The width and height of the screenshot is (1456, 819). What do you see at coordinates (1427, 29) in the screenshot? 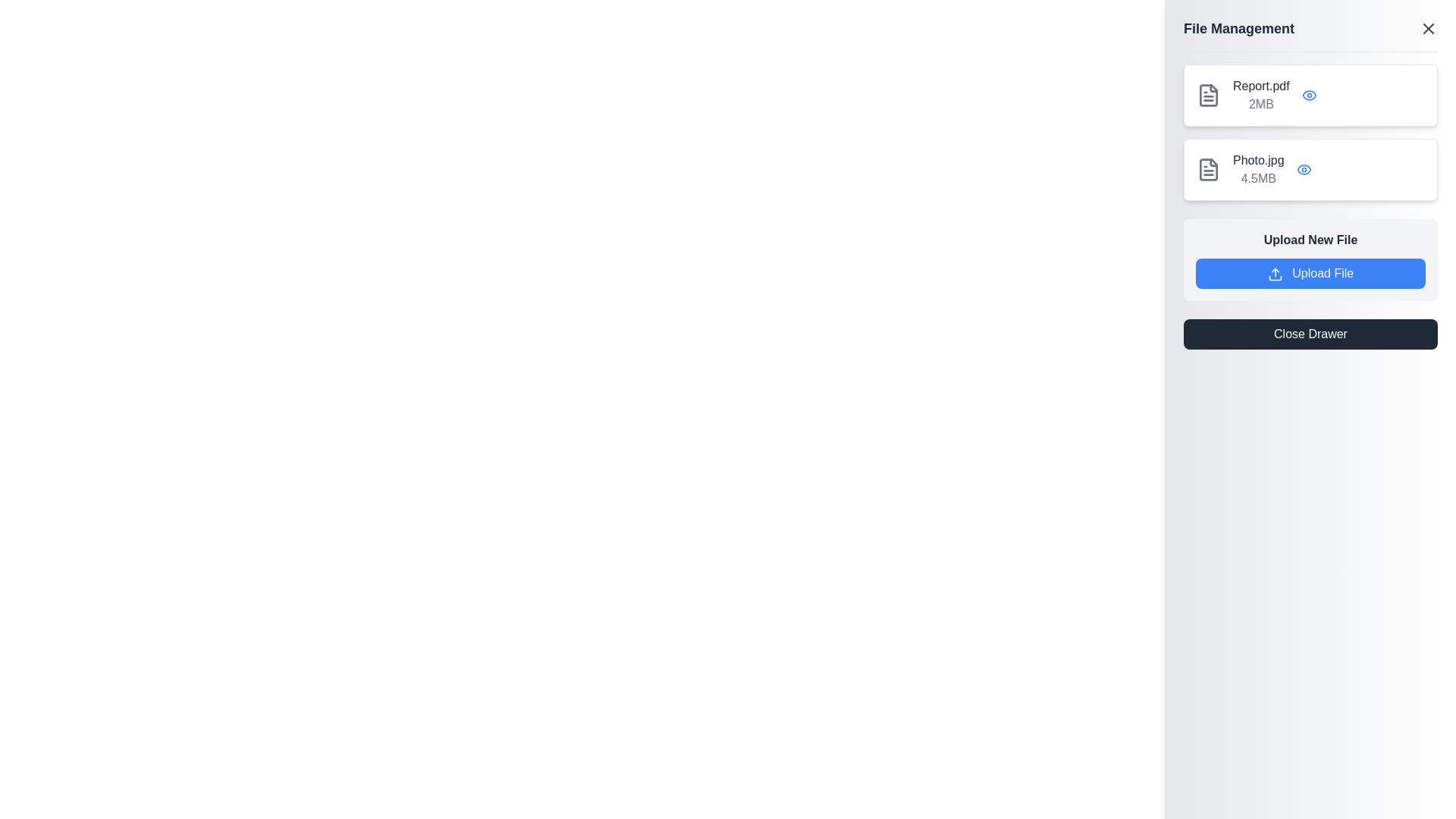
I see `the X-shaped close icon located in the top-right corner of the 'File Management' sidebar` at bounding box center [1427, 29].